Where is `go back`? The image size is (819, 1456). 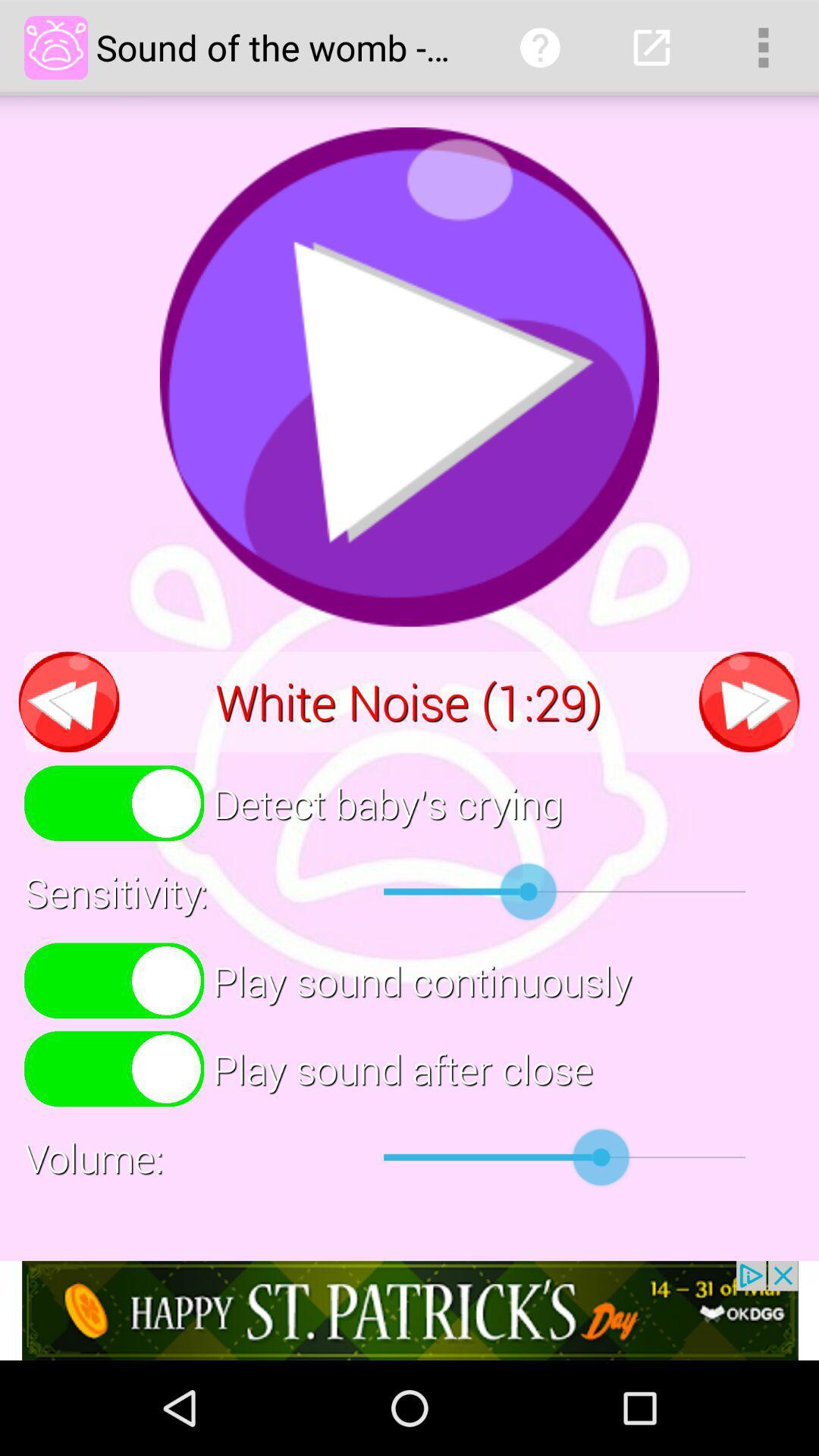 go back is located at coordinates (69, 701).